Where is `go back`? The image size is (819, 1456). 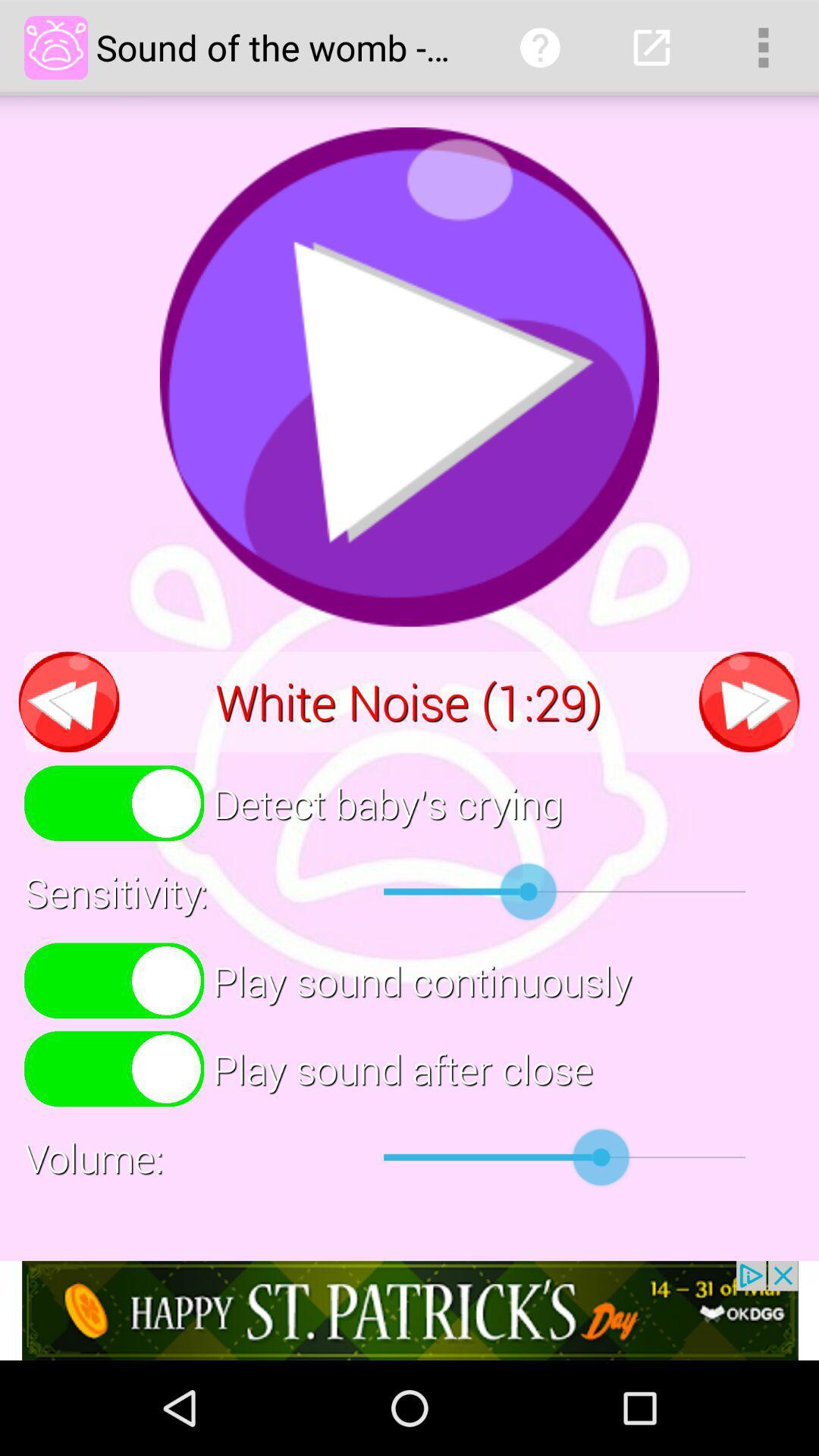 go back is located at coordinates (69, 701).